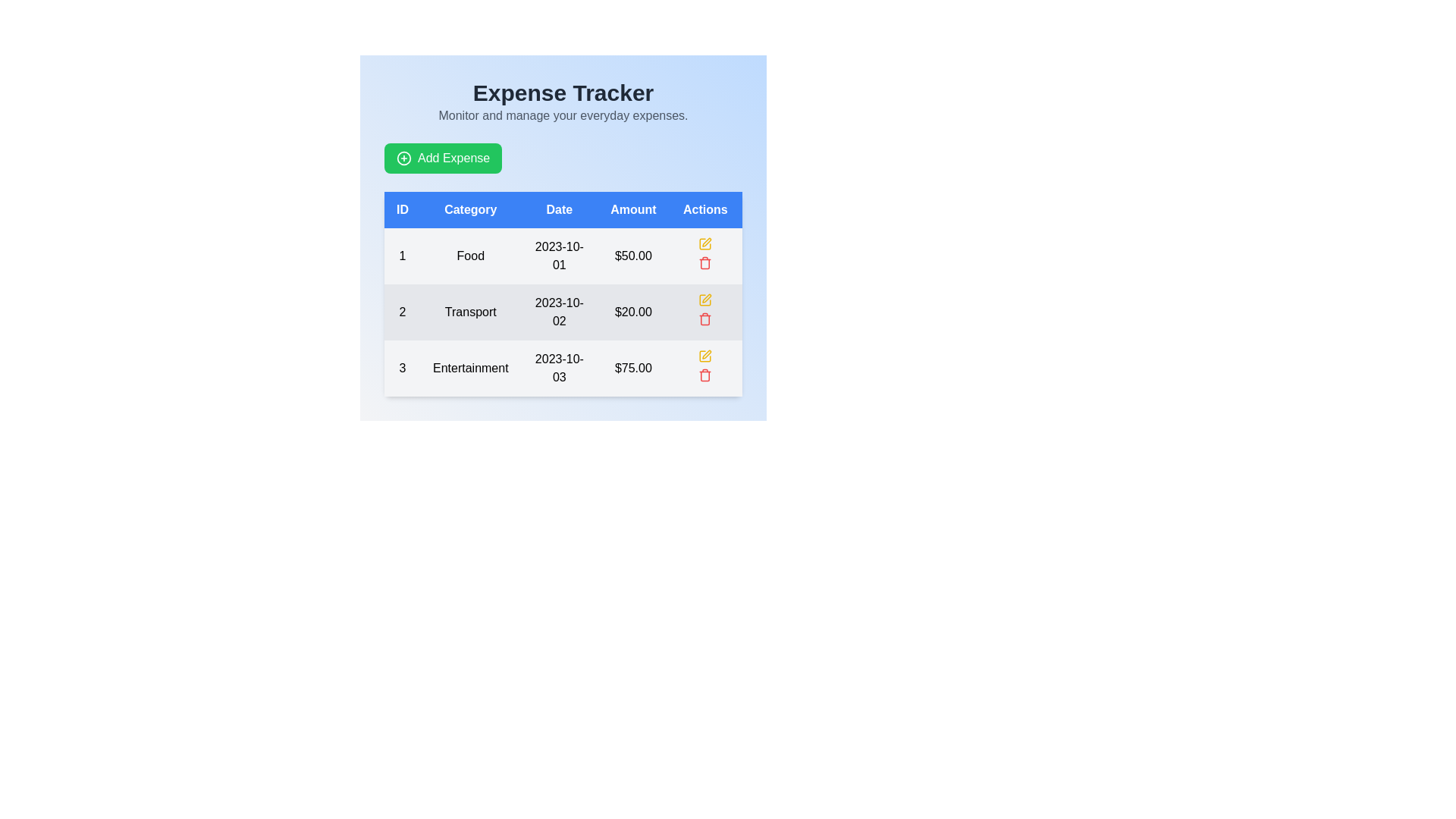 This screenshot has height=819, width=1456. What do you see at coordinates (633, 369) in the screenshot?
I see `the Label or Text Display showing the amount of $75.00 for the 'Entertainment' expense entry from October 3, 2023, located in the fourth column of the third row in the table` at bounding box center [633, 369].